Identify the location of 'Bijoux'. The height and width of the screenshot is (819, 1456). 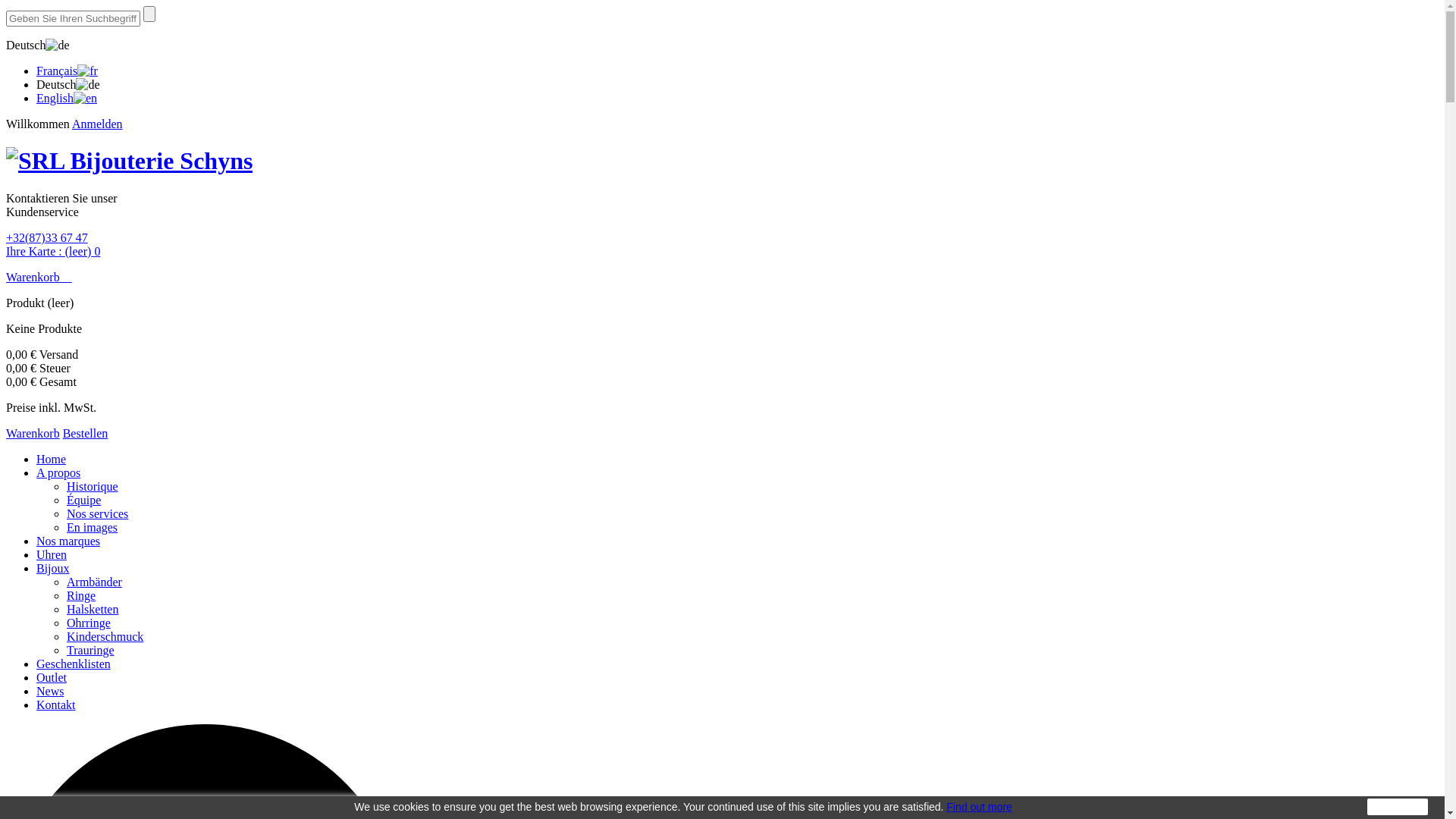
(53, 568).